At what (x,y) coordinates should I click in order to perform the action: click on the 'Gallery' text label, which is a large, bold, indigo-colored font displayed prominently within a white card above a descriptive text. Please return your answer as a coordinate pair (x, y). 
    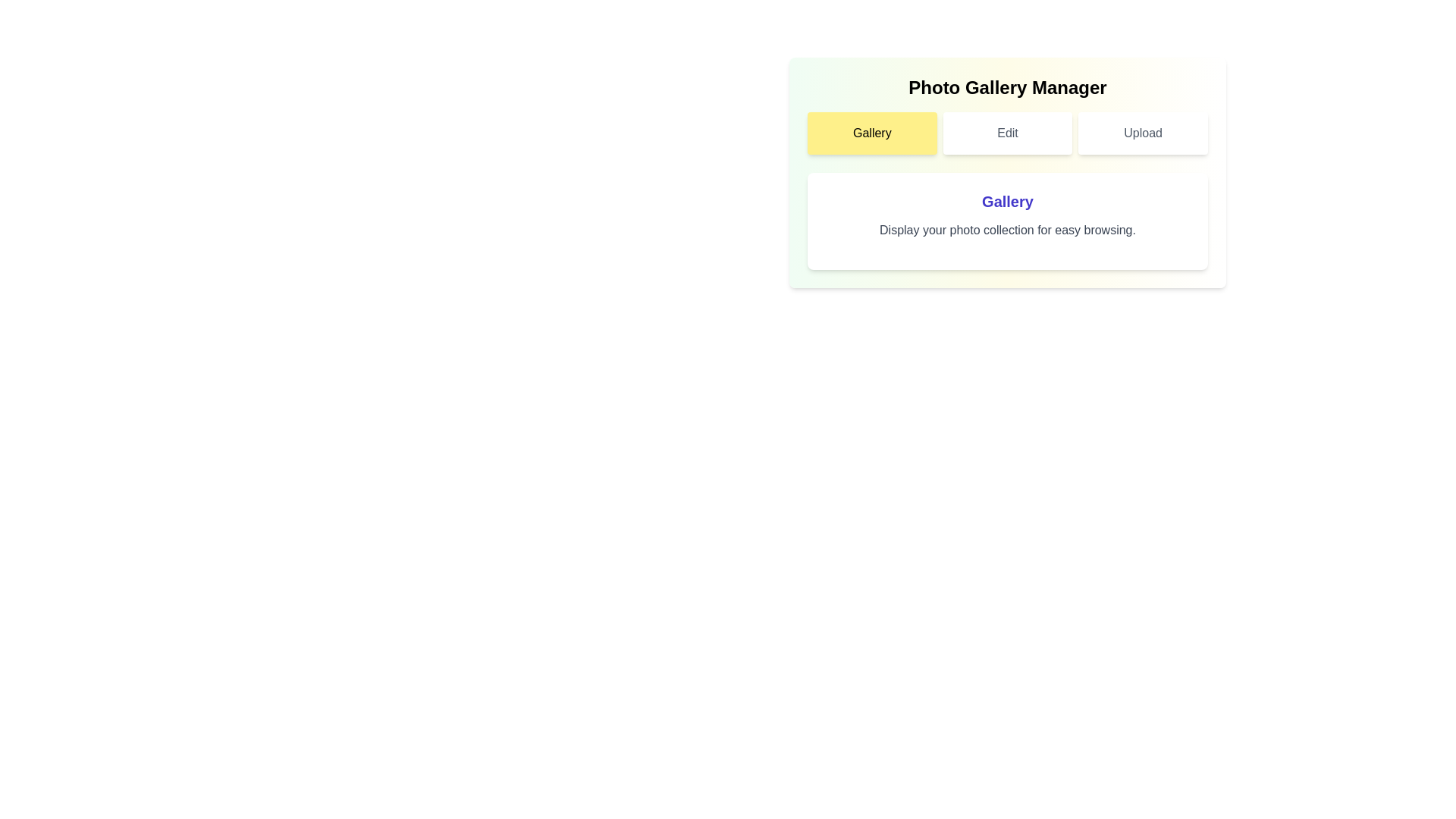
    Looking at the image, I should click on (1008, 201).